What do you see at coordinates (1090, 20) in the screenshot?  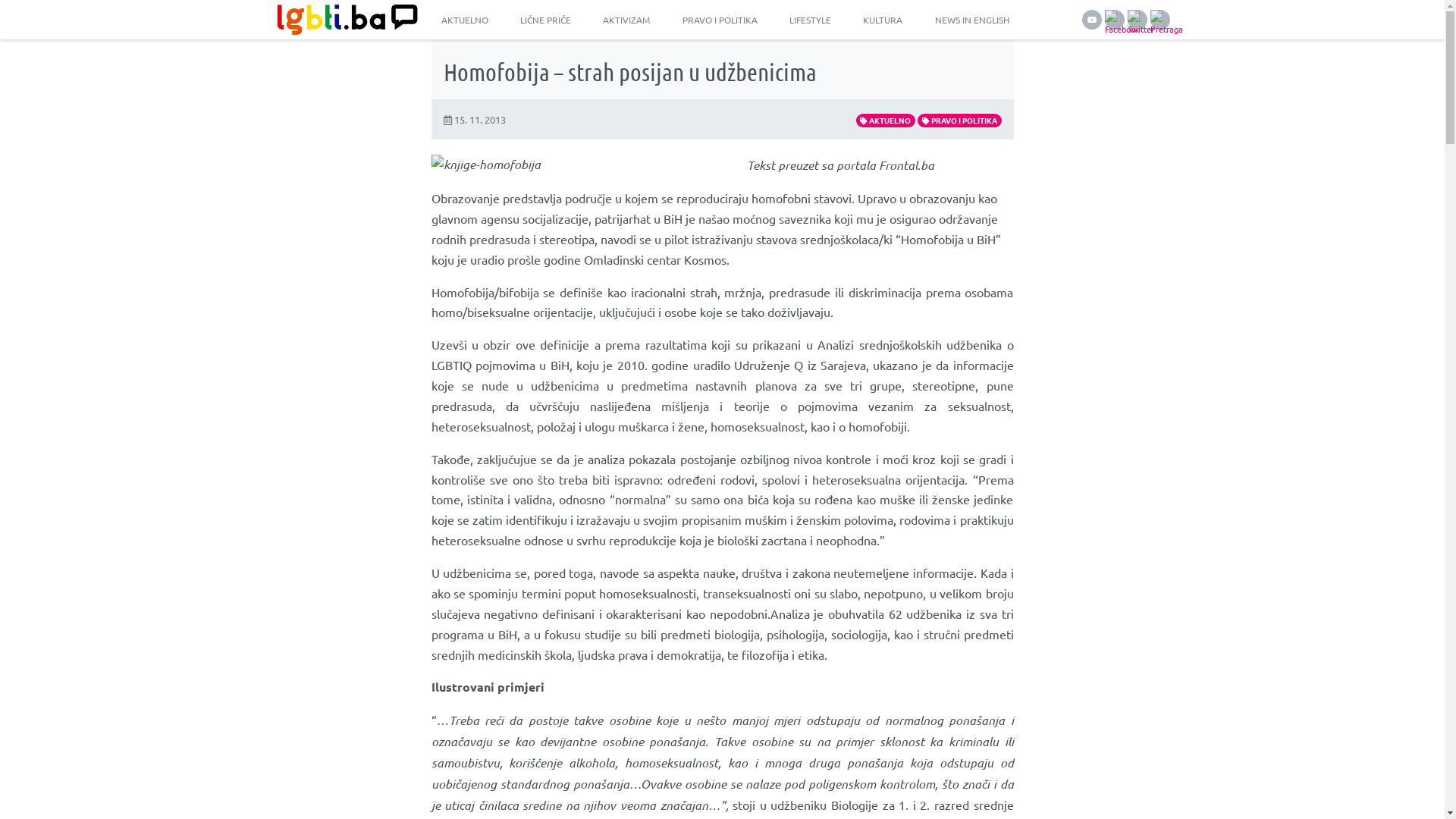 I see `'YouTube'` at bounding box center [1090, 20].